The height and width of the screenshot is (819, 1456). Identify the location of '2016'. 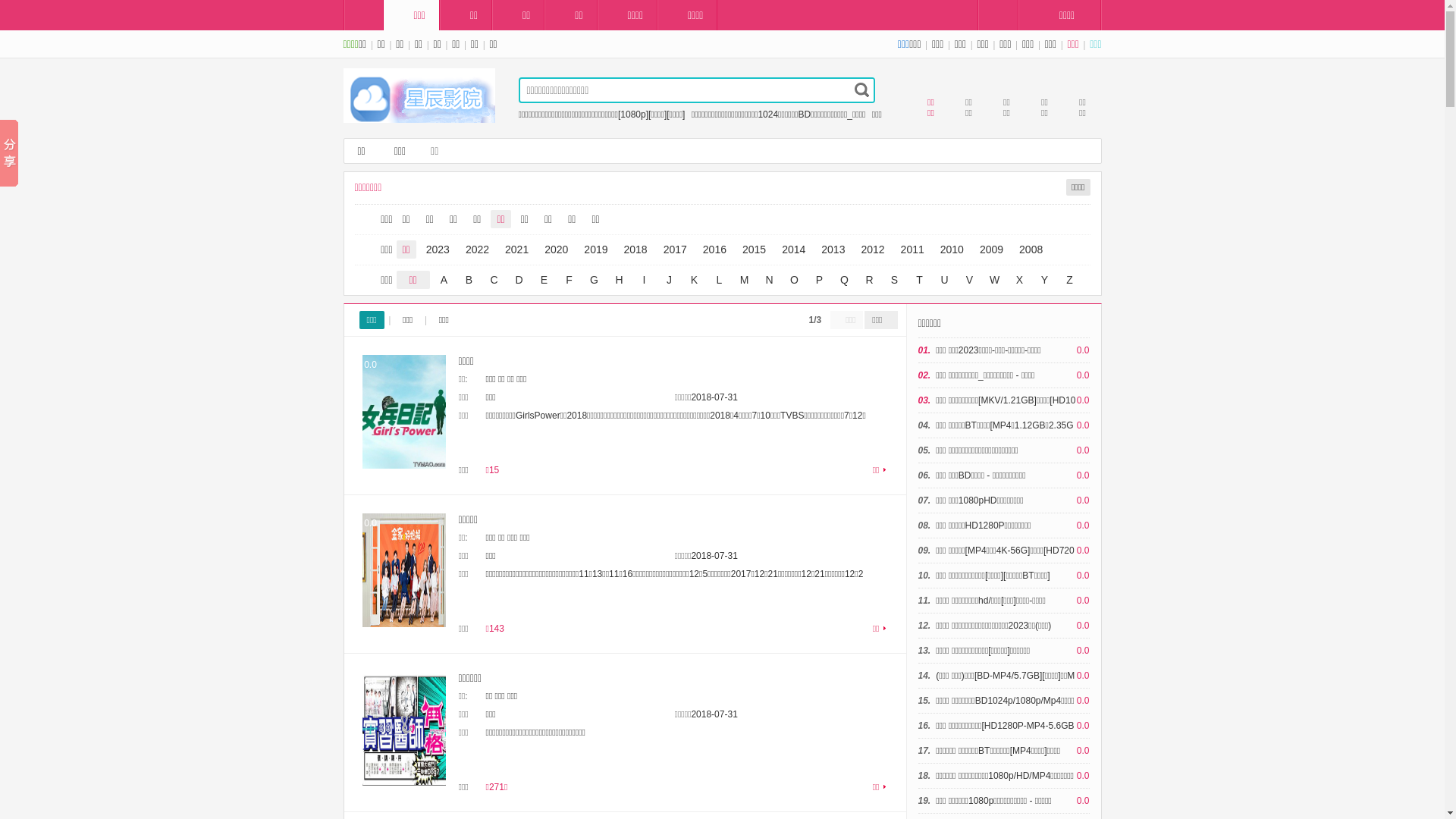
(714, 248).